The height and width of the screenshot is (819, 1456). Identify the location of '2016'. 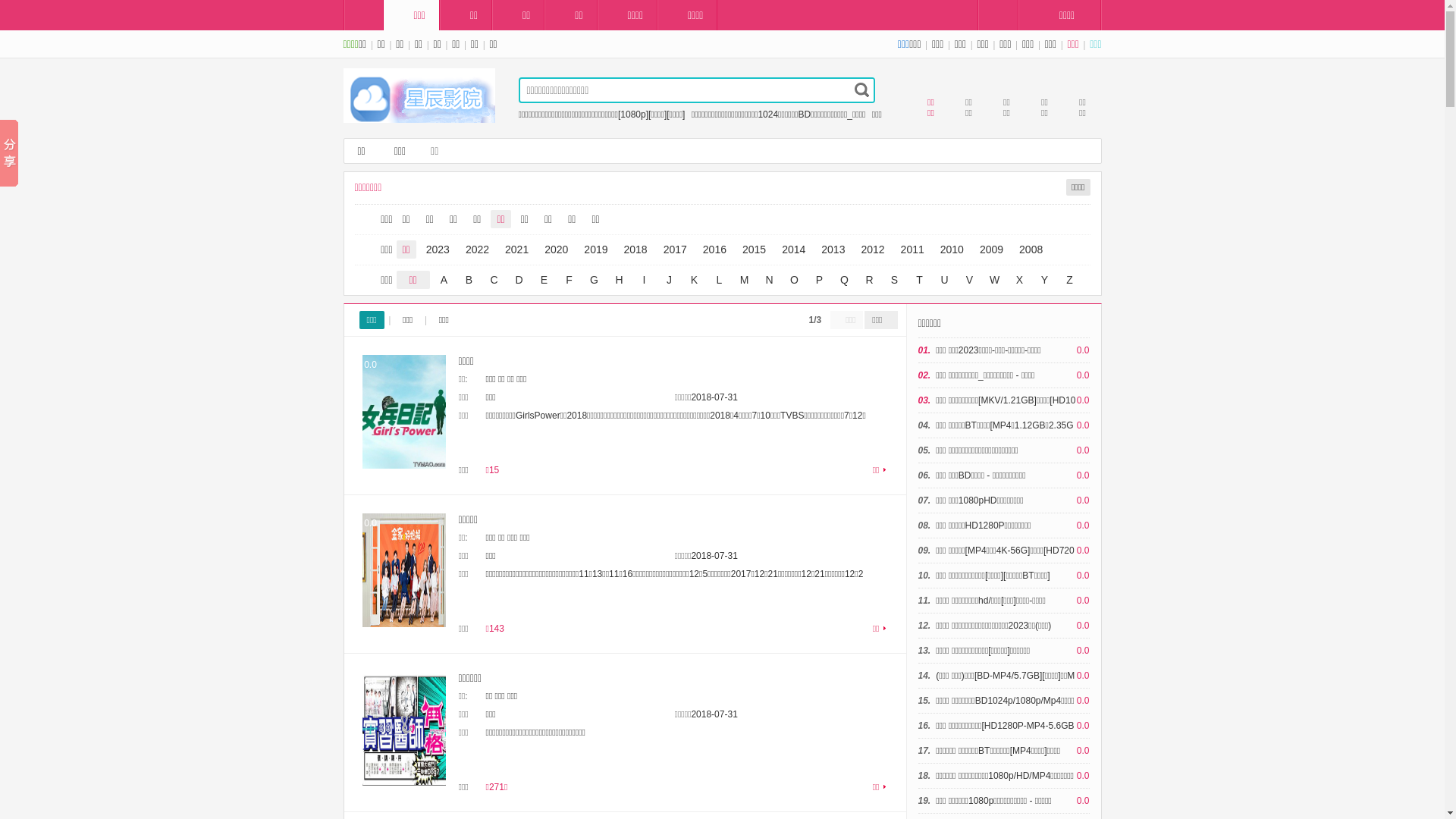
(714, 248).